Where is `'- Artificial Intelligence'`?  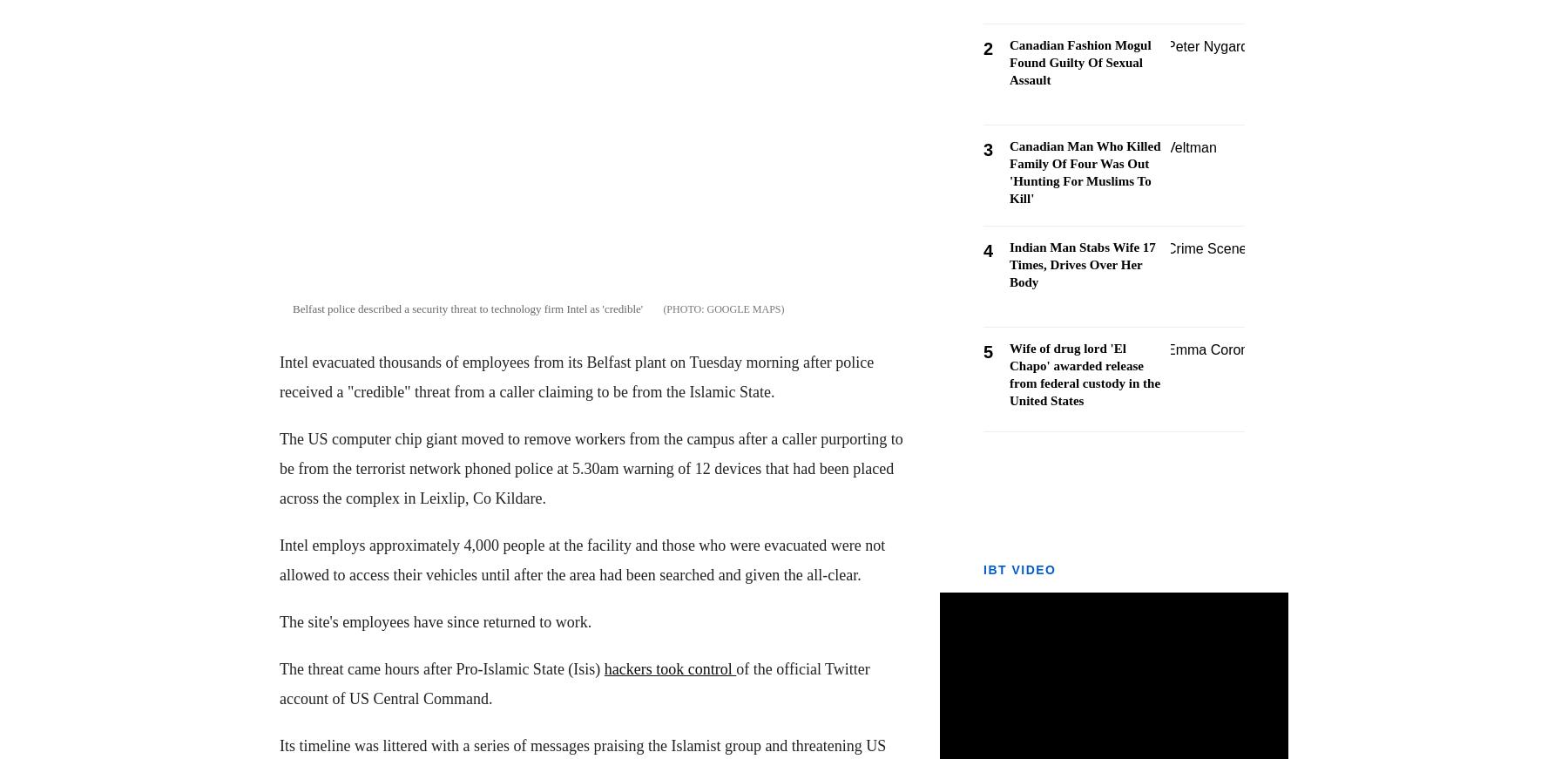 '- Artificial Intelligence' is located at coordinates (69, 487).